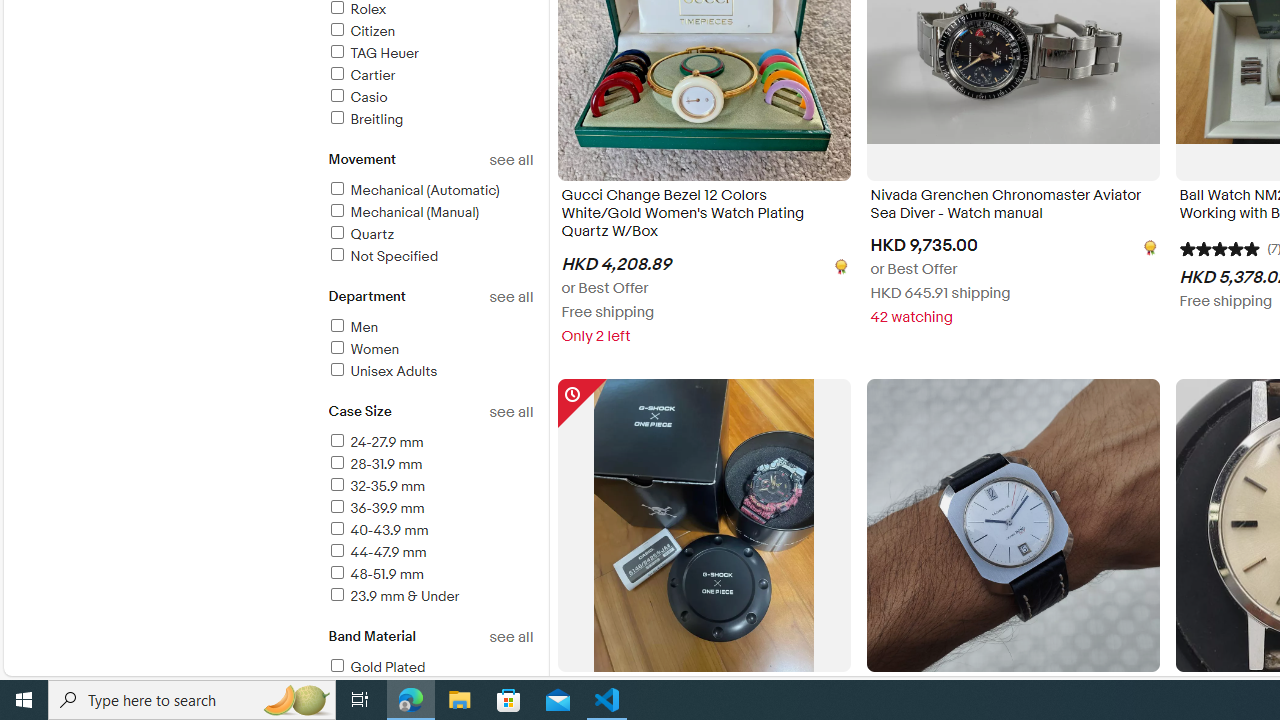  I want to click on '48-51.9 mm', so click(429, 575).